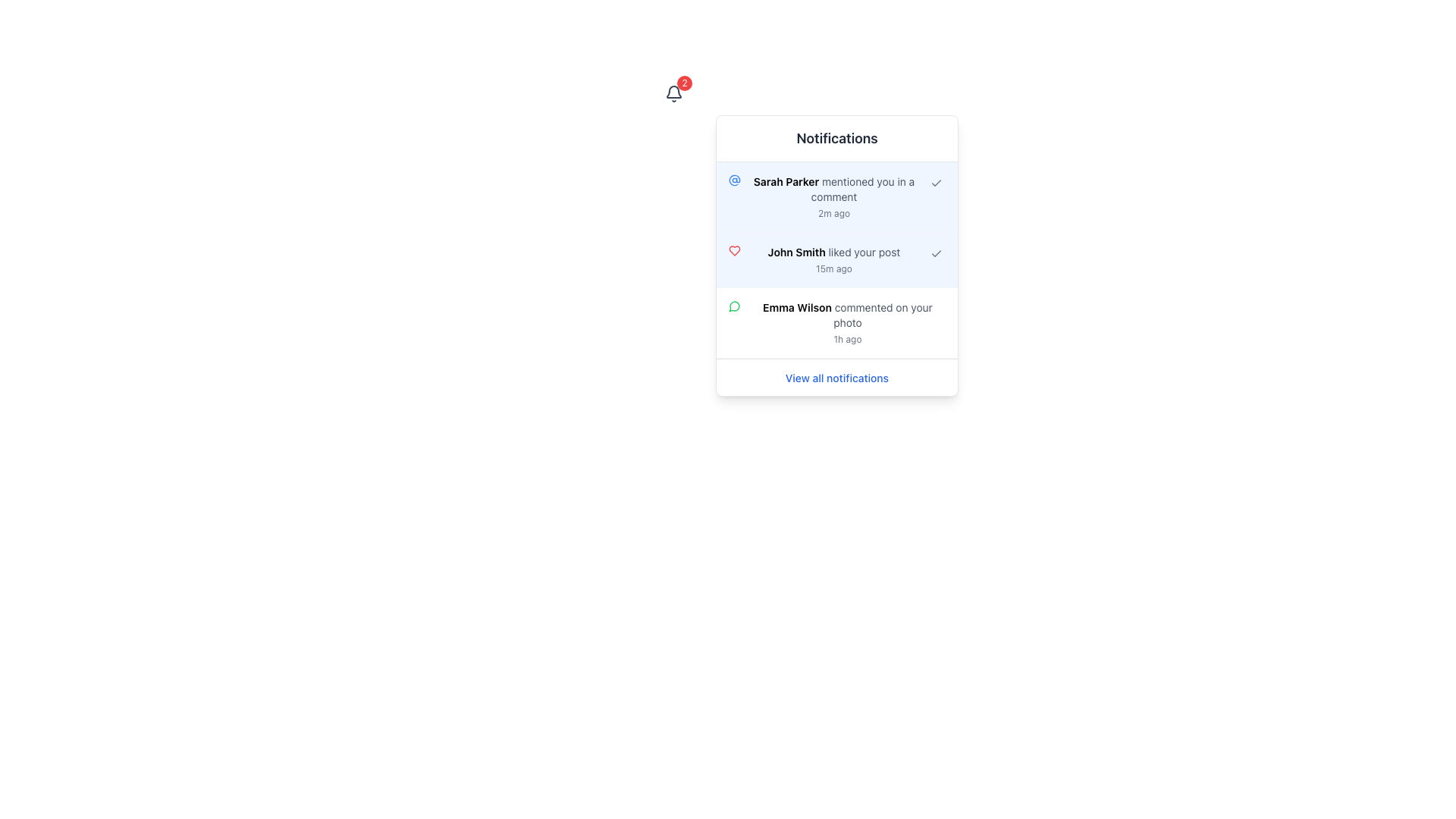  What do you see at coordinates (833, 259) in the screenshot?
I see `the text label notification that indicates 'John Smith liked your post,' which is styled with a light background and contrasting text colors, positioned in a dropdown panel below 'Sarah Parker mentioned you in a comment.'` at bounding box center [833, 259].